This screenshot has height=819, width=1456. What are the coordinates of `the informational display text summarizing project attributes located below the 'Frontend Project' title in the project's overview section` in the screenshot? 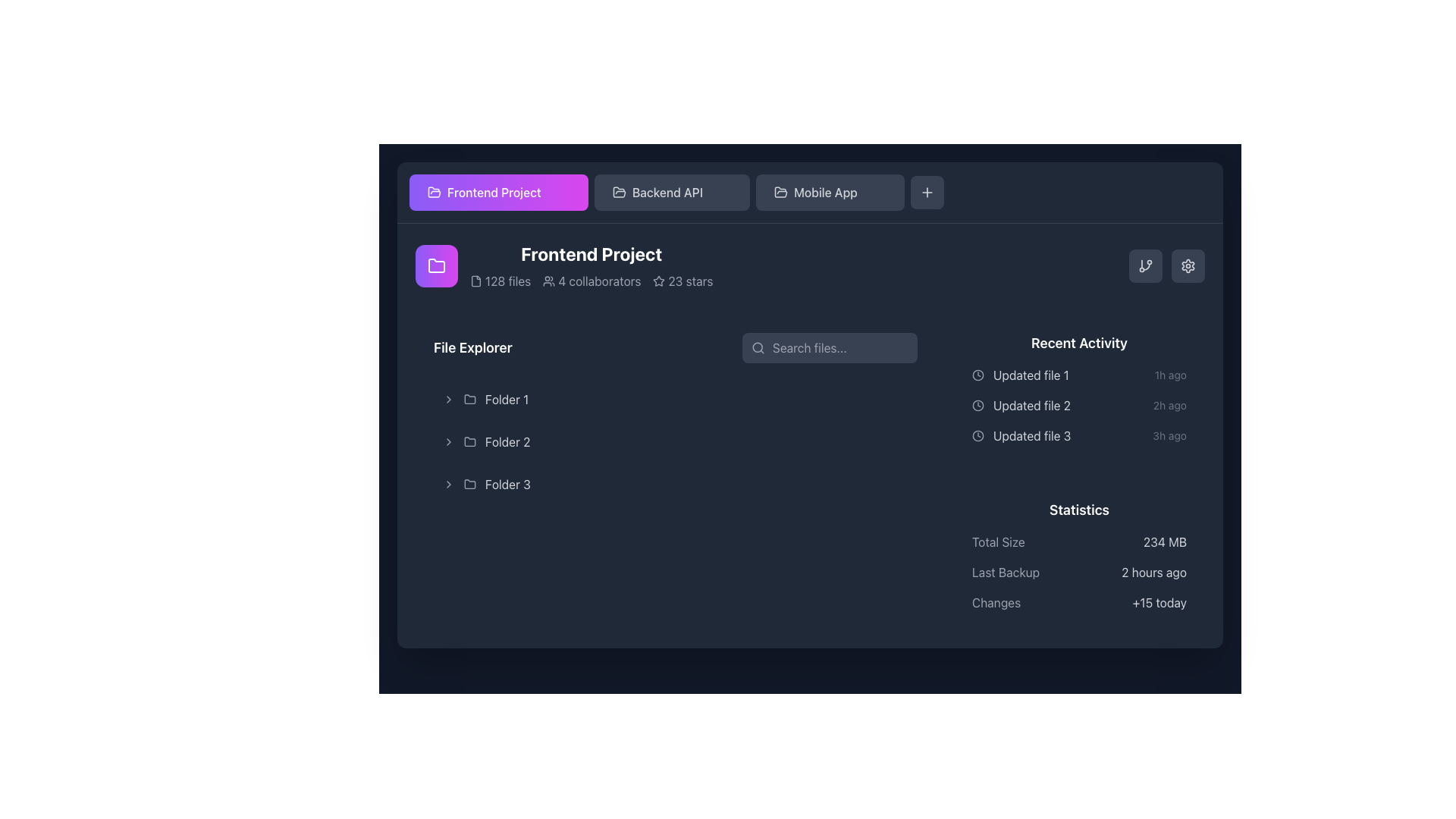 It's located at (591, 281).